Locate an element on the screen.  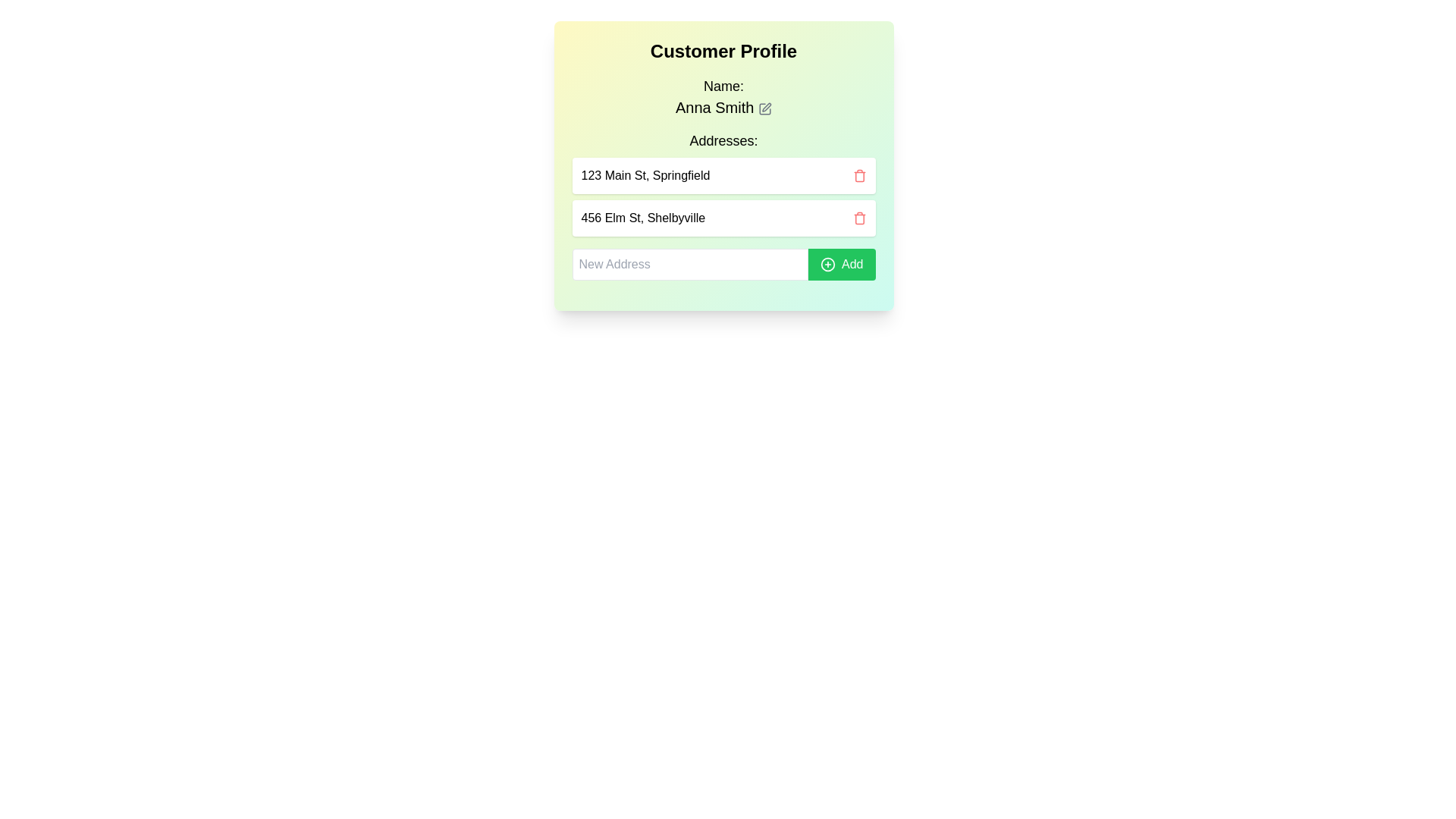
the edit icon located next to the label 'Anna Smith' in the dialog box is located at coordinates (767, 106).